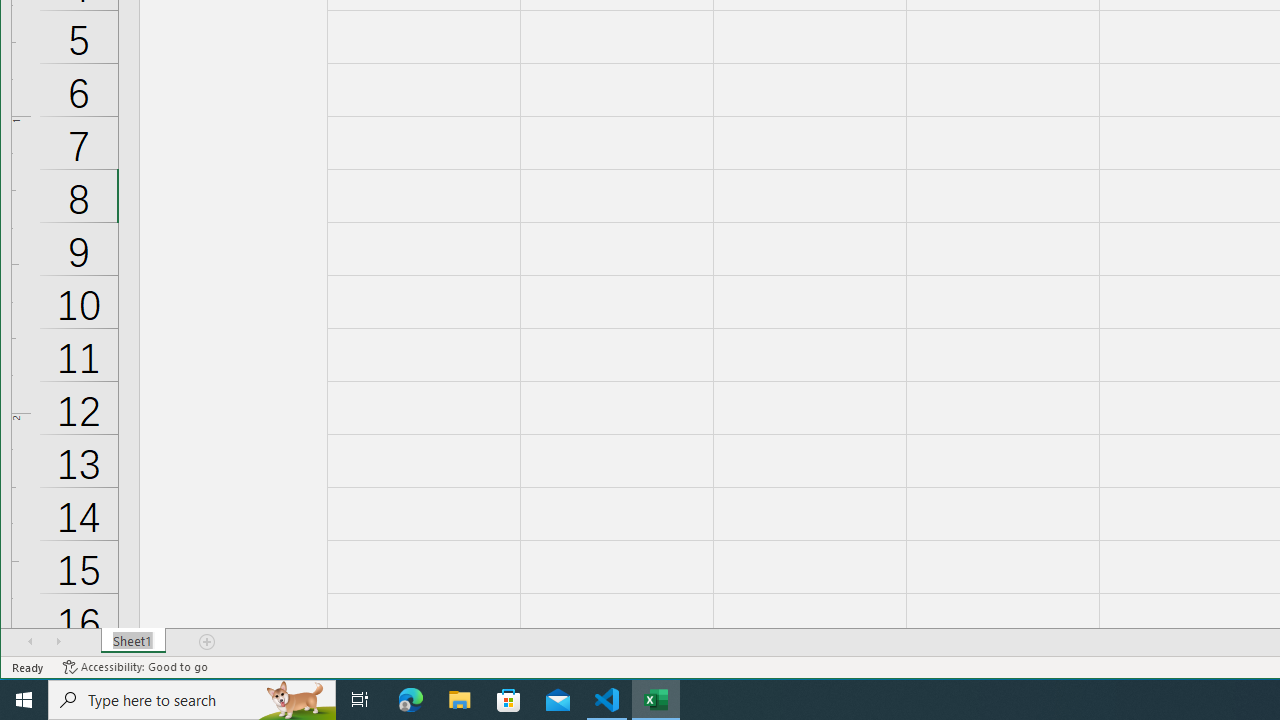  I want to click on 'Sheet Tab', so click(132, 641).